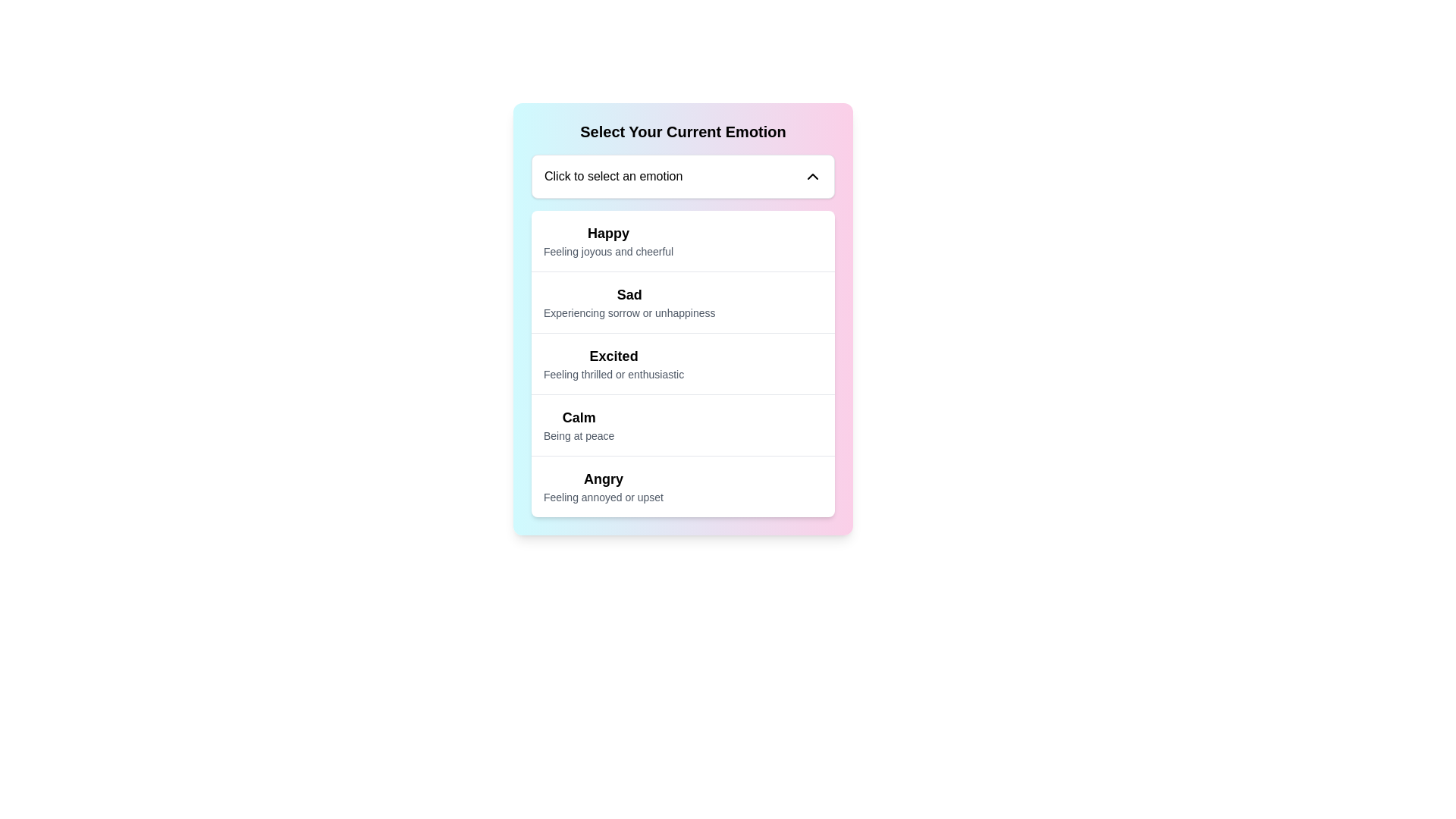 This screenshot has width=1456, height=819. Describe the element at coordinates (613, 175) in the screenshot. I see `the static text label that prompts the user to select an emotion from a dropdown menu, located at the center-left of its rectangular area with a chevron icon to its right` at that location.